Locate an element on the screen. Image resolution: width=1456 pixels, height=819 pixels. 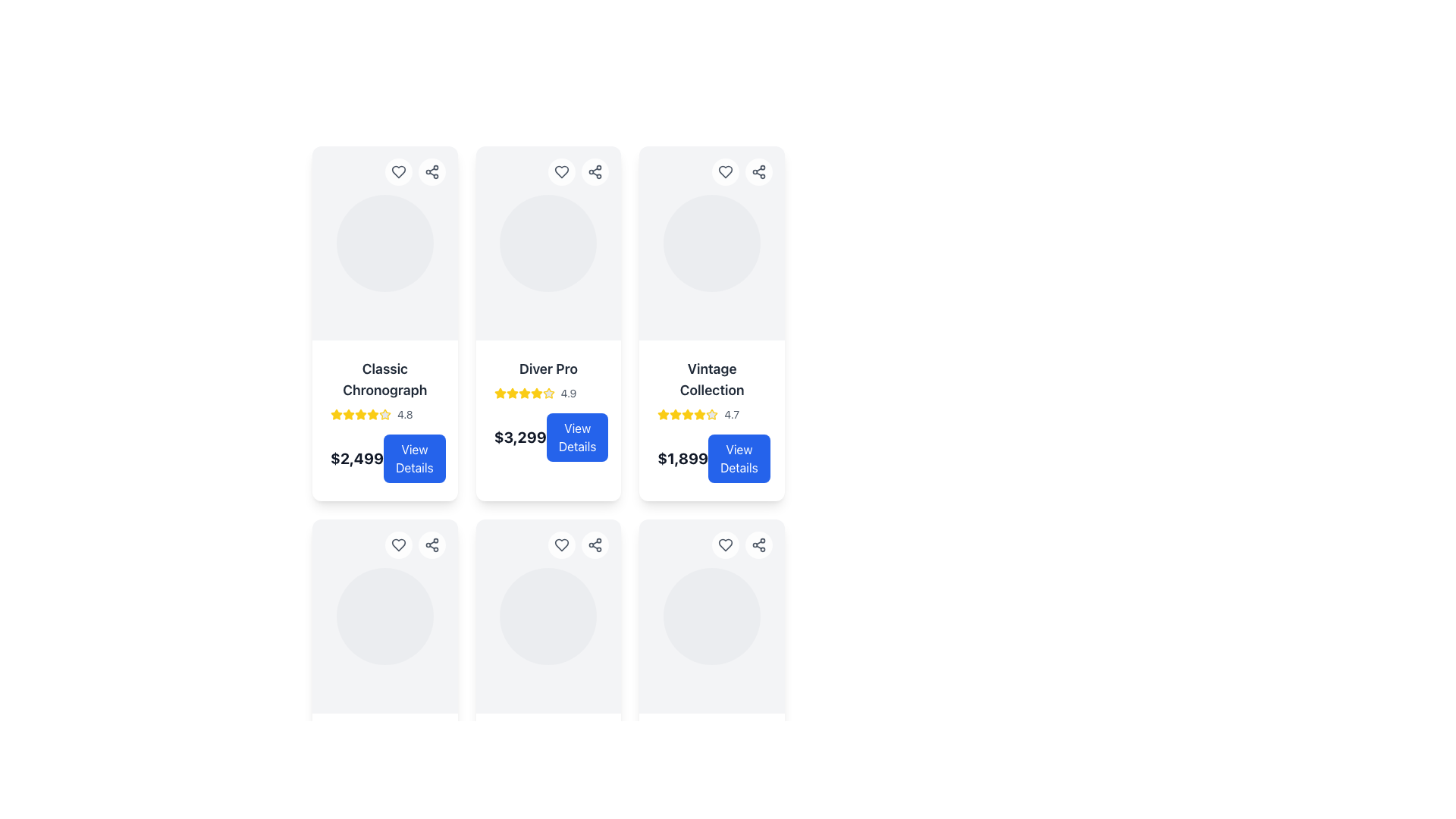
the share button located in the top-right corner of the 'Diver Pro' card, which is the second icon from the right following a heart icon is located at coordinates (595, 171).